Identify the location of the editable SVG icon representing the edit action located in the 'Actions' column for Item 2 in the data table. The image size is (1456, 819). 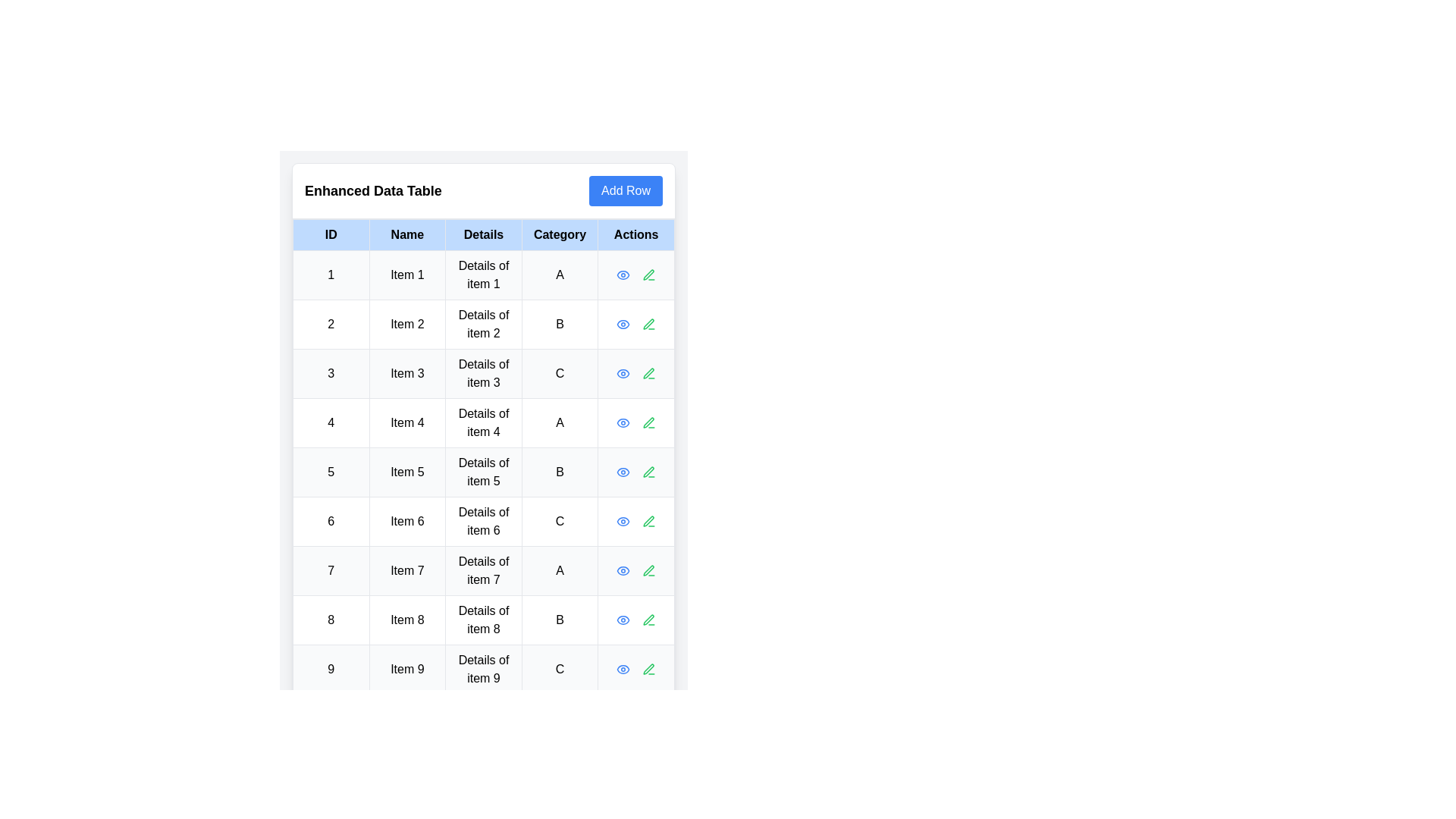
(648, 323).